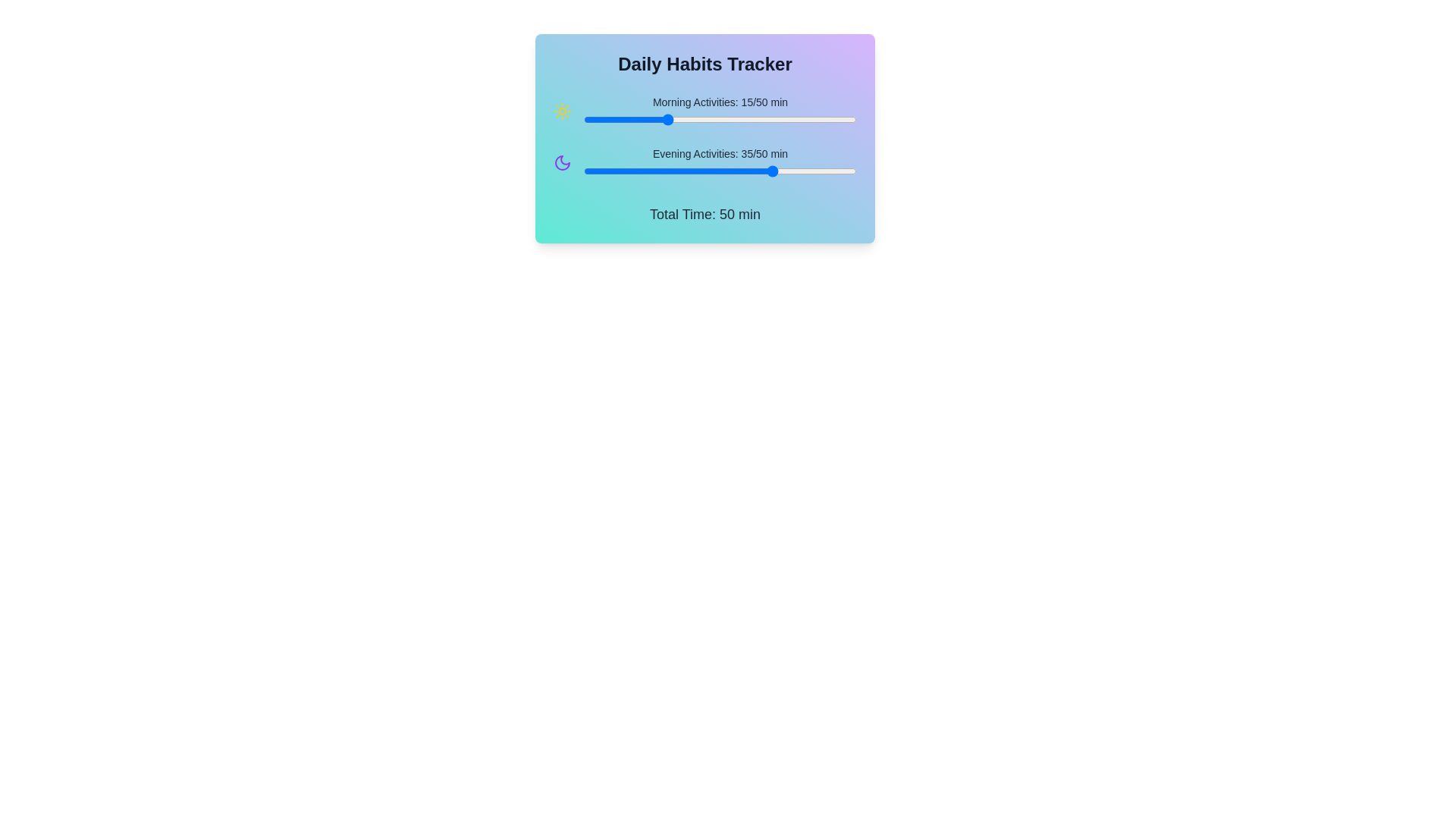 This screenshot has height=819, width=1456. I want to click on the 'Morning Activities' slider, so click(780, 119).